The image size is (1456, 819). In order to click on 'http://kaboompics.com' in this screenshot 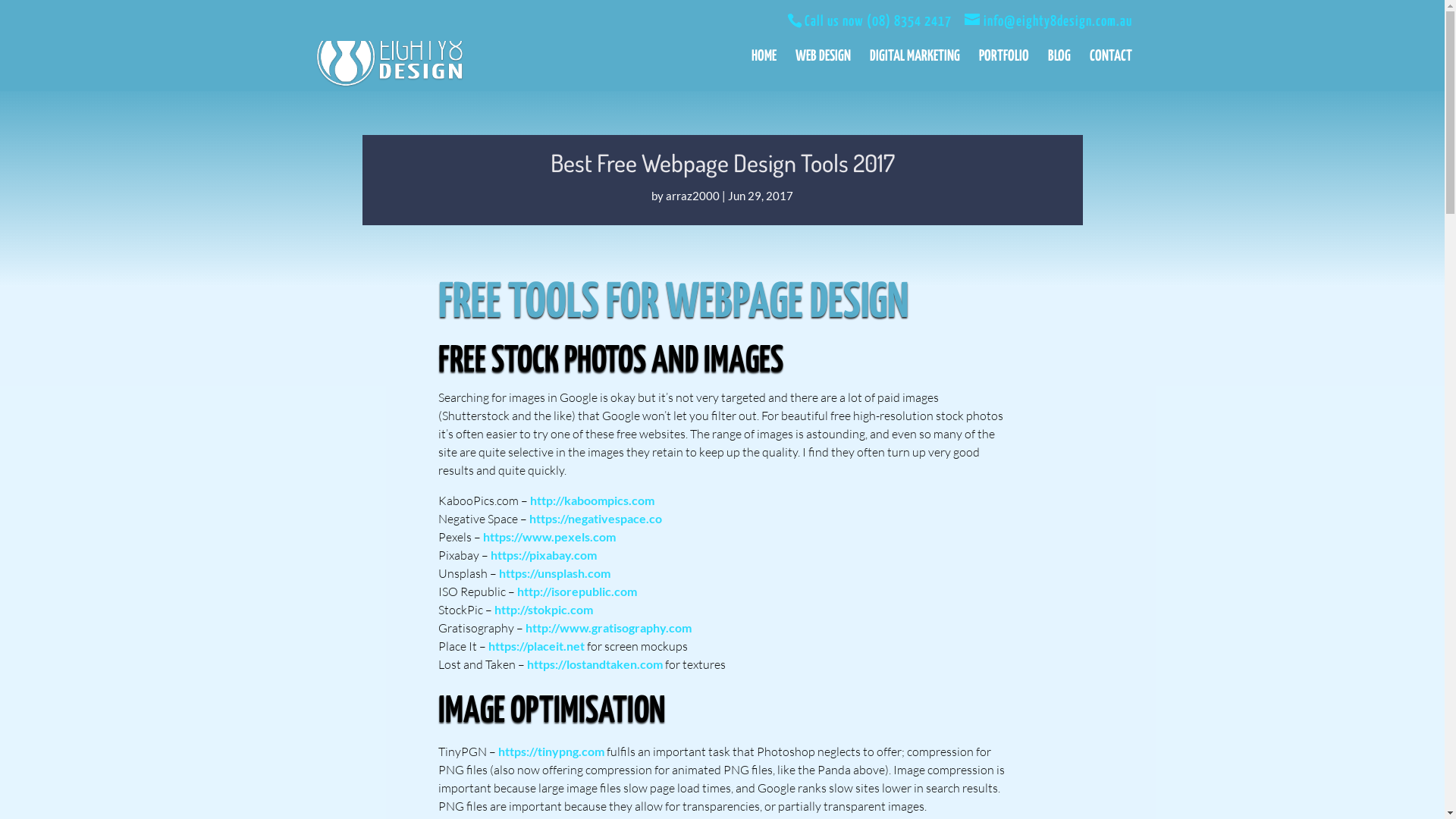, I will do `click(590, 500)`.